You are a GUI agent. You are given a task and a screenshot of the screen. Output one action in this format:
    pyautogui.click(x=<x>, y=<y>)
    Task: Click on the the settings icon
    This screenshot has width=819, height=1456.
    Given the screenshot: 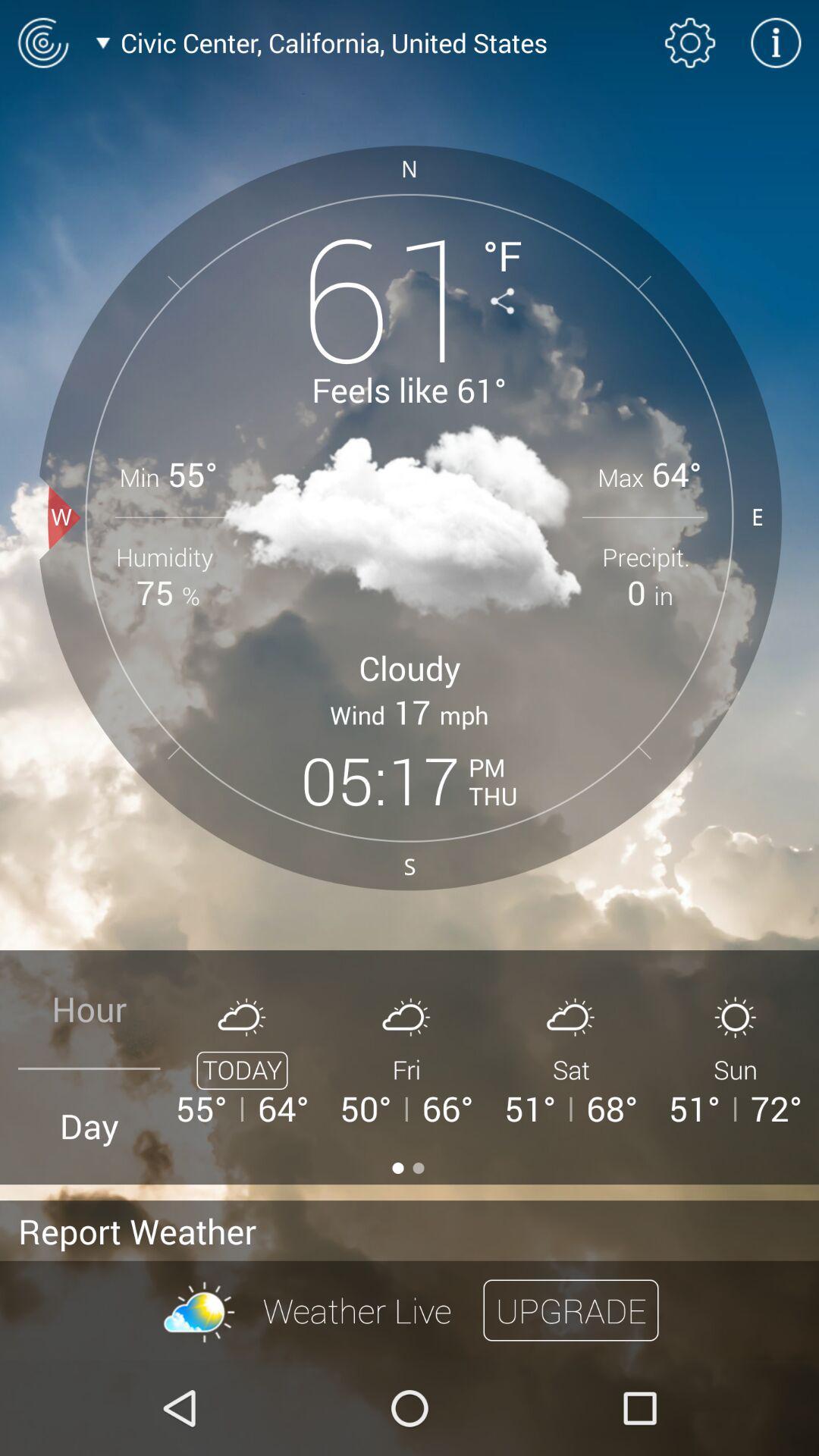 What is the action you would take?
    pyautogui.click(x=690, y=42)
    